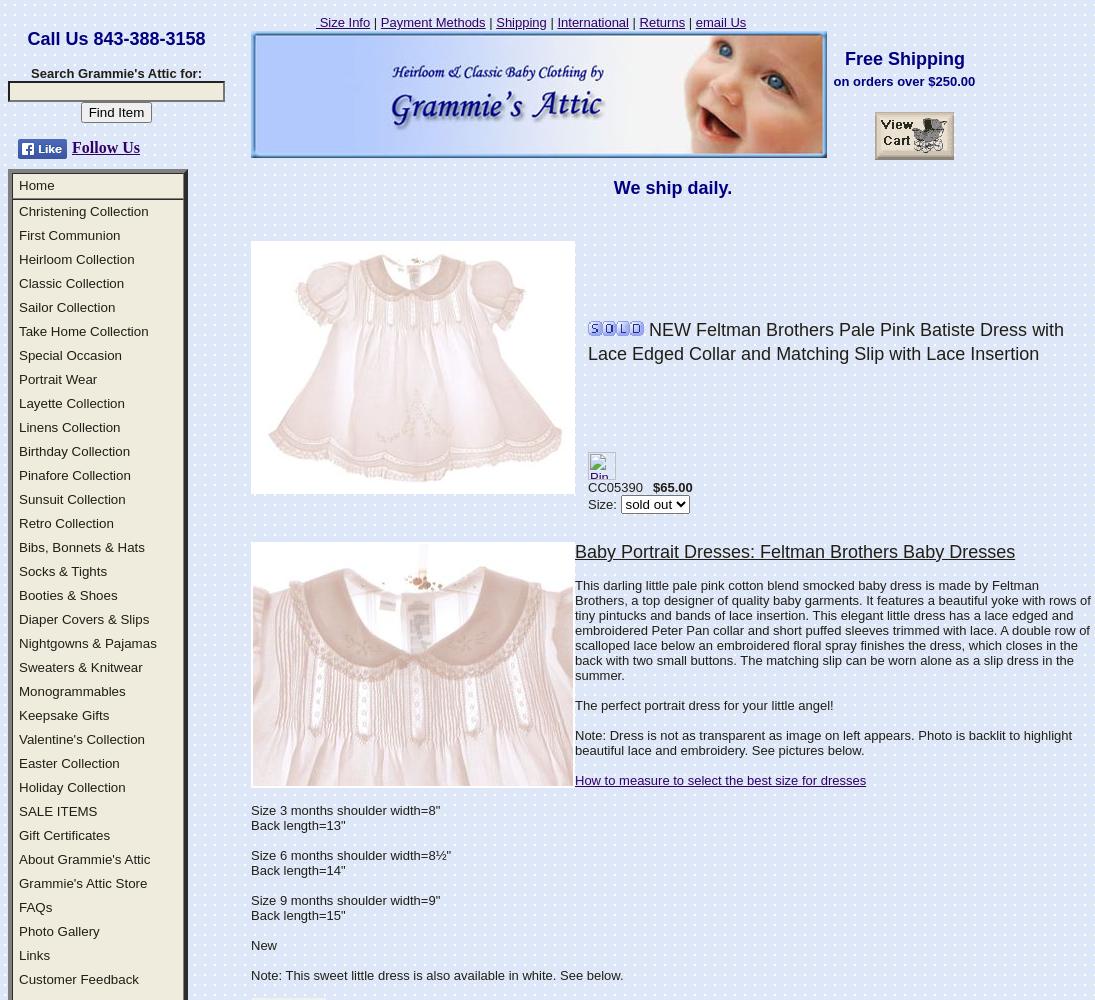  I want to click on 'Payment Methods', so click(431, 22).